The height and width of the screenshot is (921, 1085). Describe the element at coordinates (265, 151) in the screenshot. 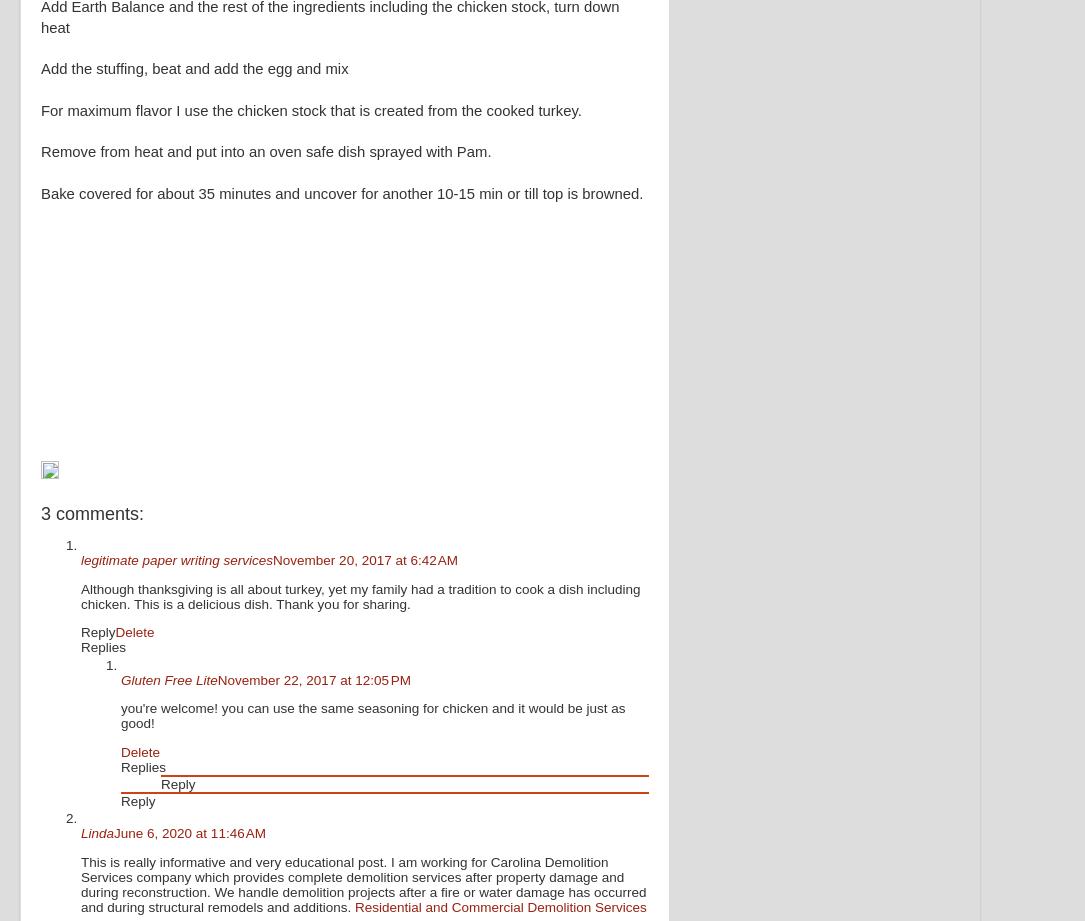

I see `'Remove from heat and put into an oven safe dish sprayed with Pam.'` at that location.